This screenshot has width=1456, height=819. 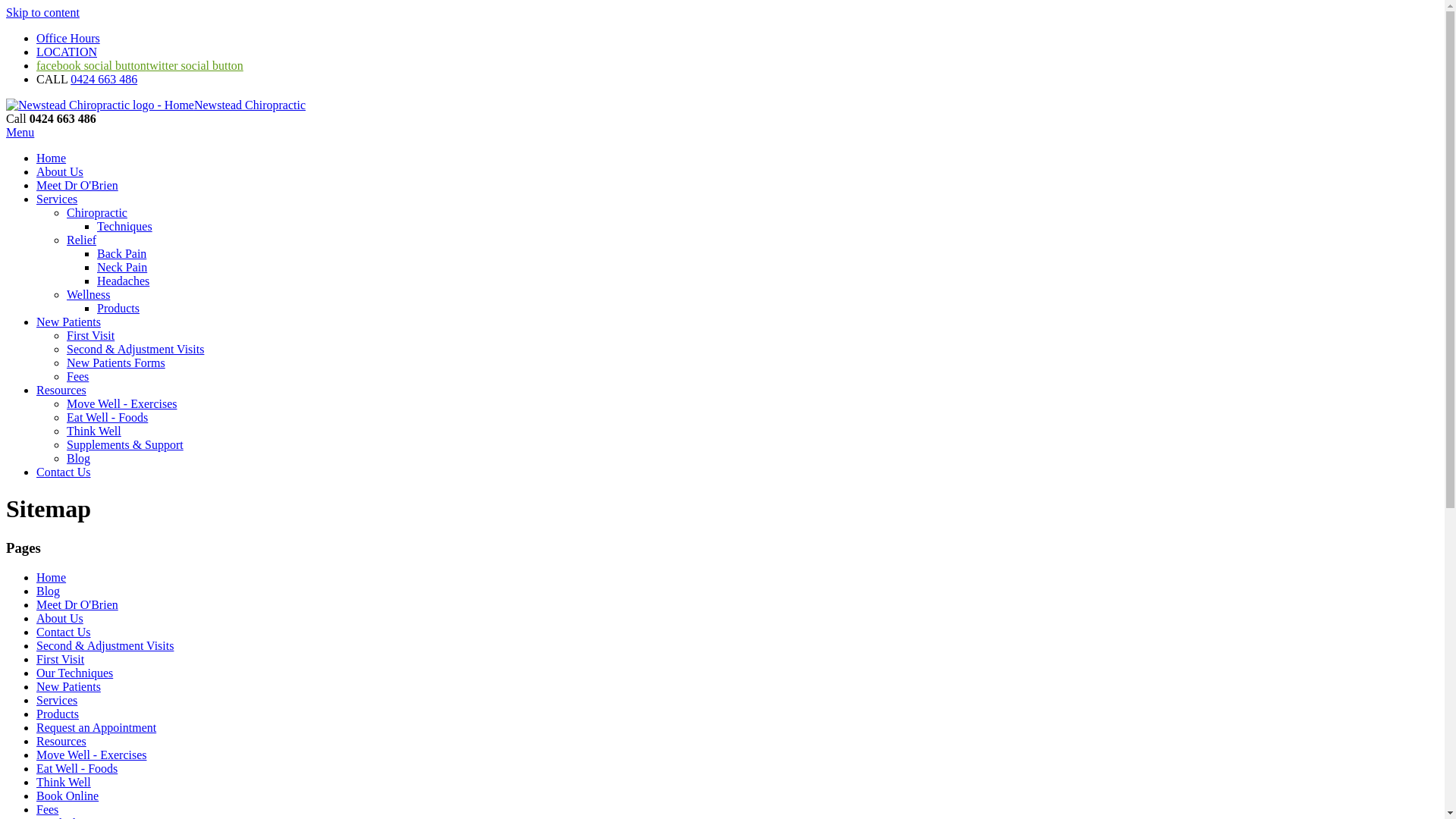 I want to click on 'twitter social button', so click(x=194, y=64).